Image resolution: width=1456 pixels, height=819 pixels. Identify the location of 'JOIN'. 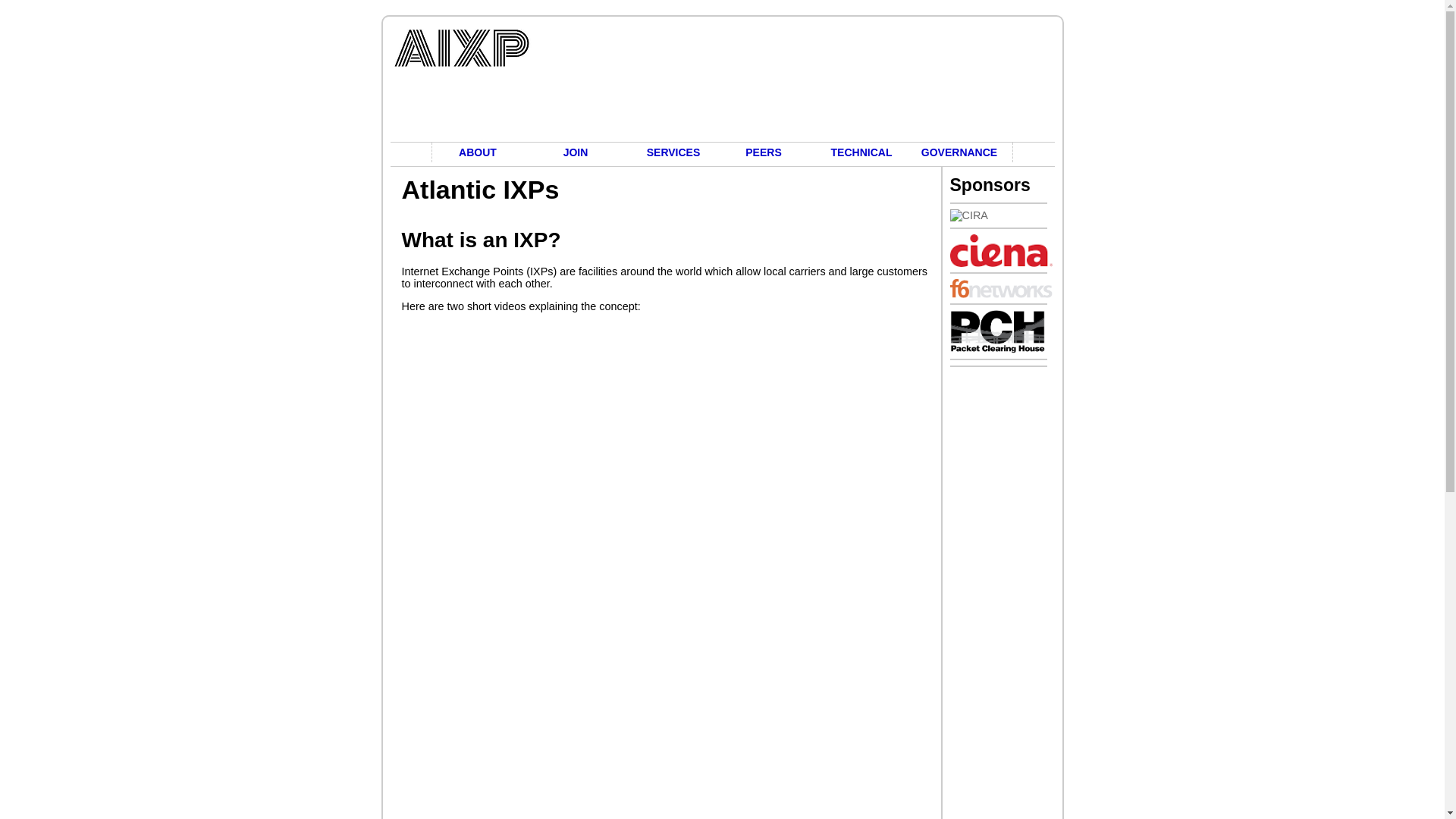
(578, 152).